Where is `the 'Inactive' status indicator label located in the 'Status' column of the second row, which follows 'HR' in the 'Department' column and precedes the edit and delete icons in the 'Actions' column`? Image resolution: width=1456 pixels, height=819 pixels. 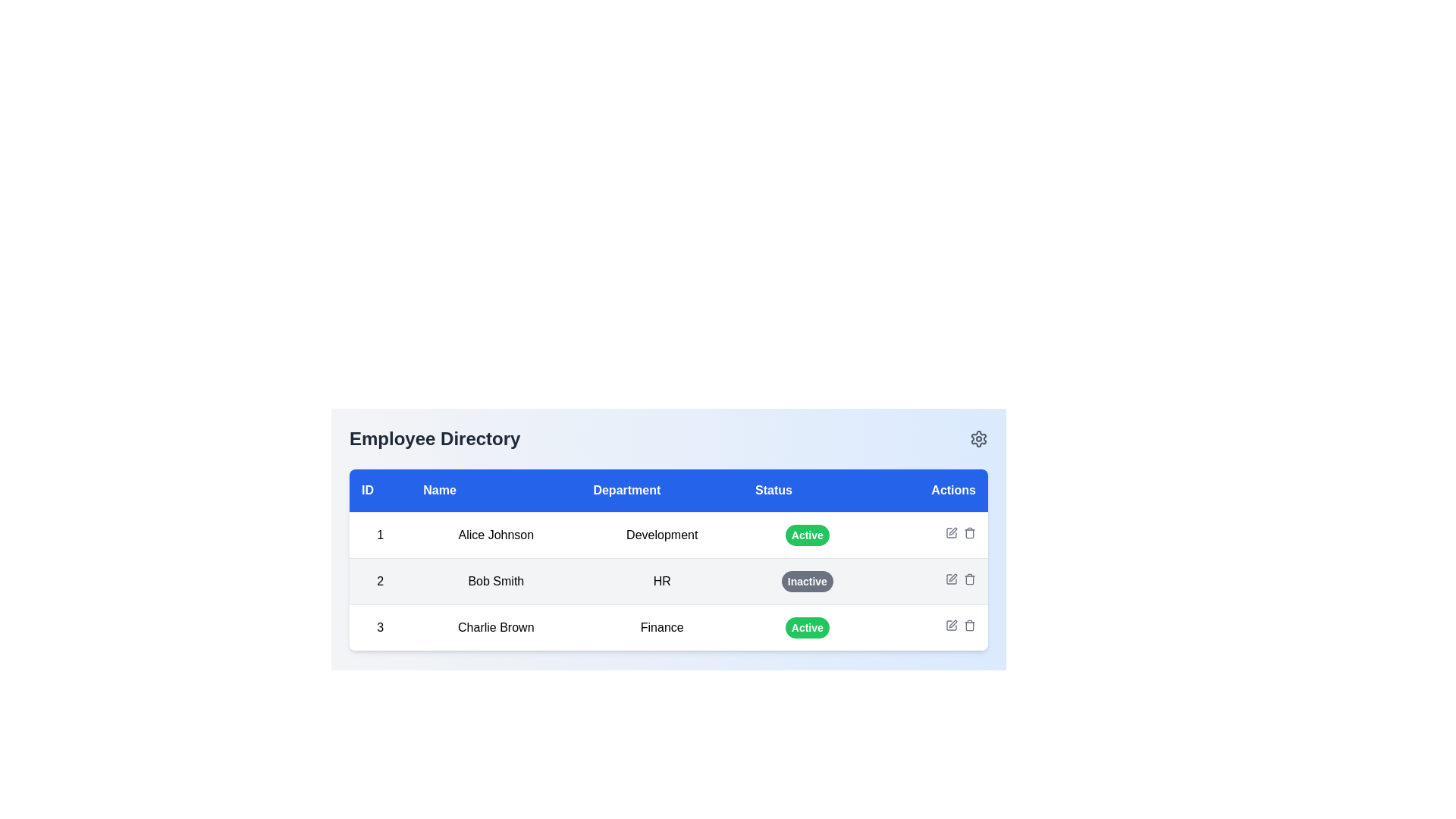
the 'Inactive' status indicator label located in the 'Status' column of the second row, which follows 'HR' in the 'Department' column and precedes the edit and delete icons in the 'Actions' column is located at coordinates (806, 581).